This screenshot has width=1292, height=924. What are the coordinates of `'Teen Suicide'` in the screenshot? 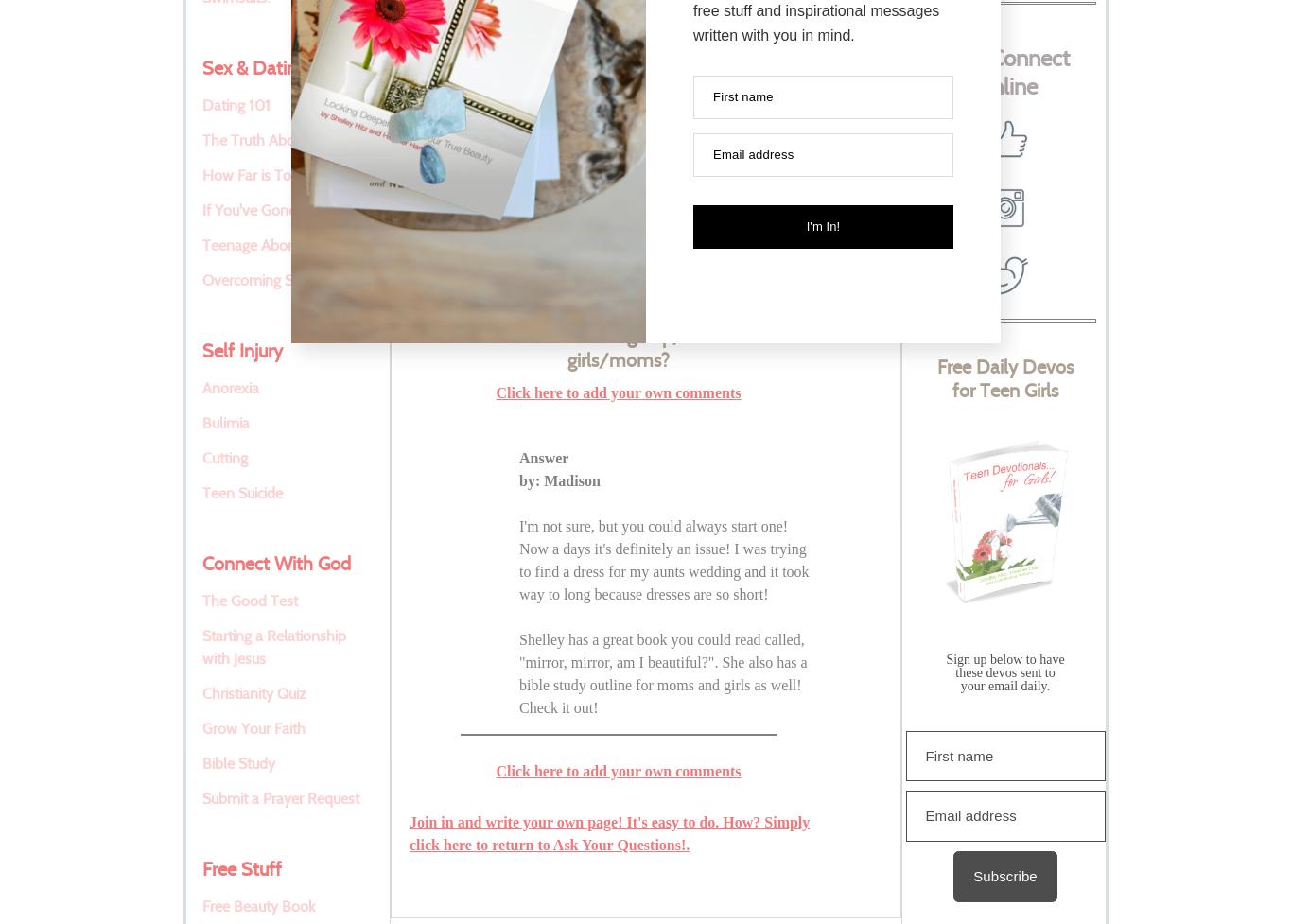 It's located at (201, 492).